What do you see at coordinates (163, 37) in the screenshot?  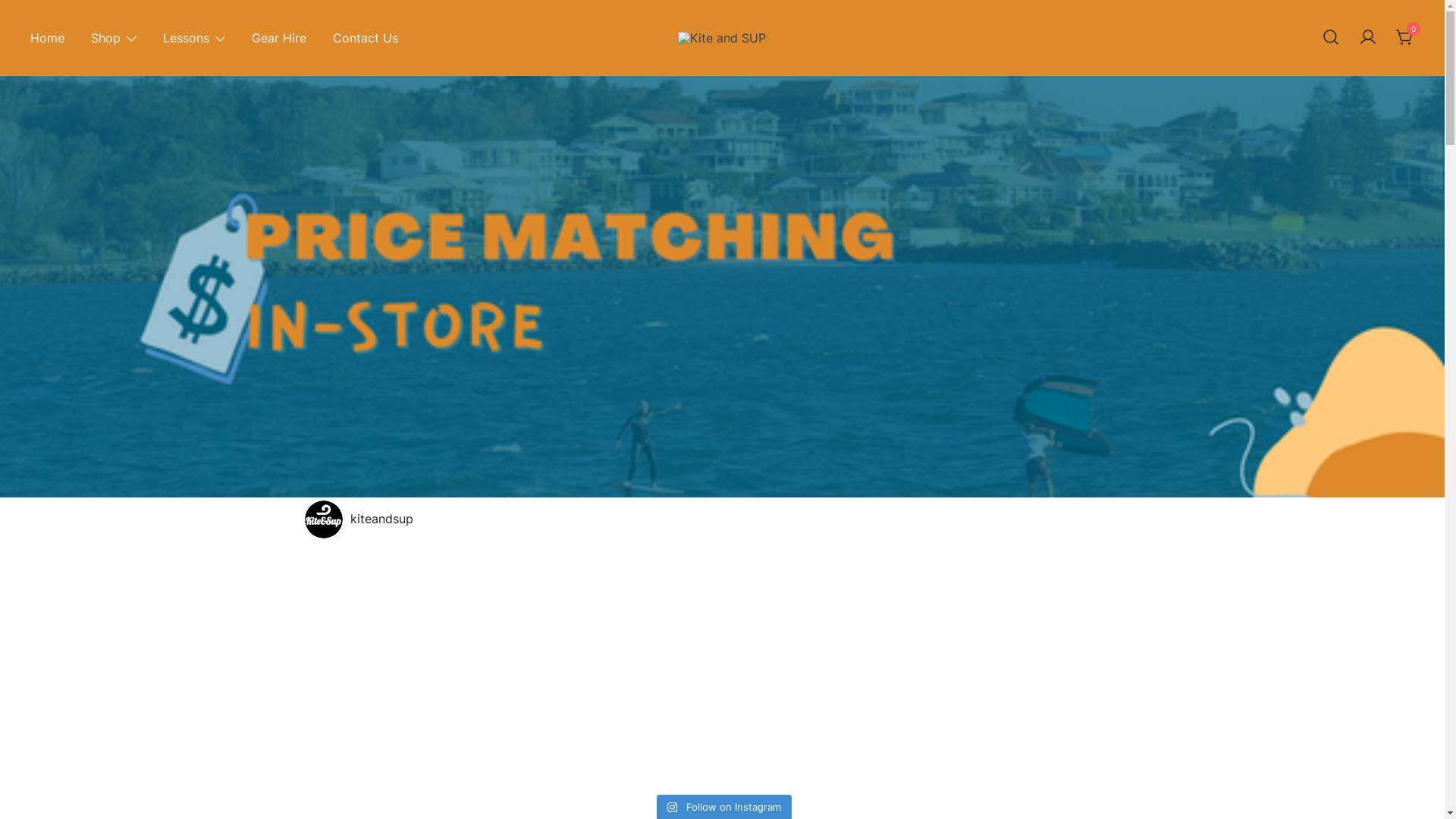 I see `'Lessons'` at bounding box center [163, 37].